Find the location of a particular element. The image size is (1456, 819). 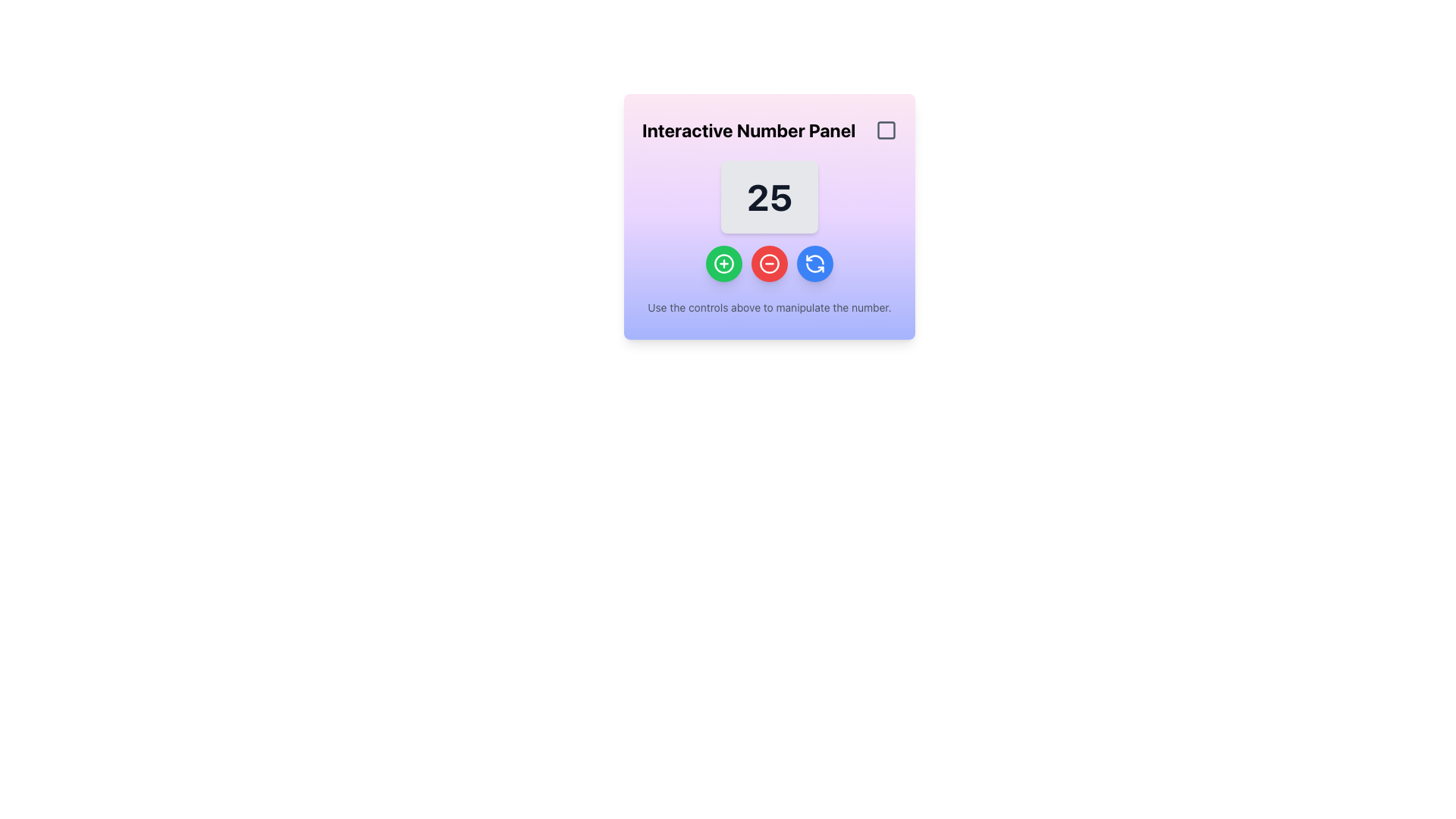

the last circular control button, which is aligned to the right among three buttons below the displayed number is located at coordinates (814, 262).